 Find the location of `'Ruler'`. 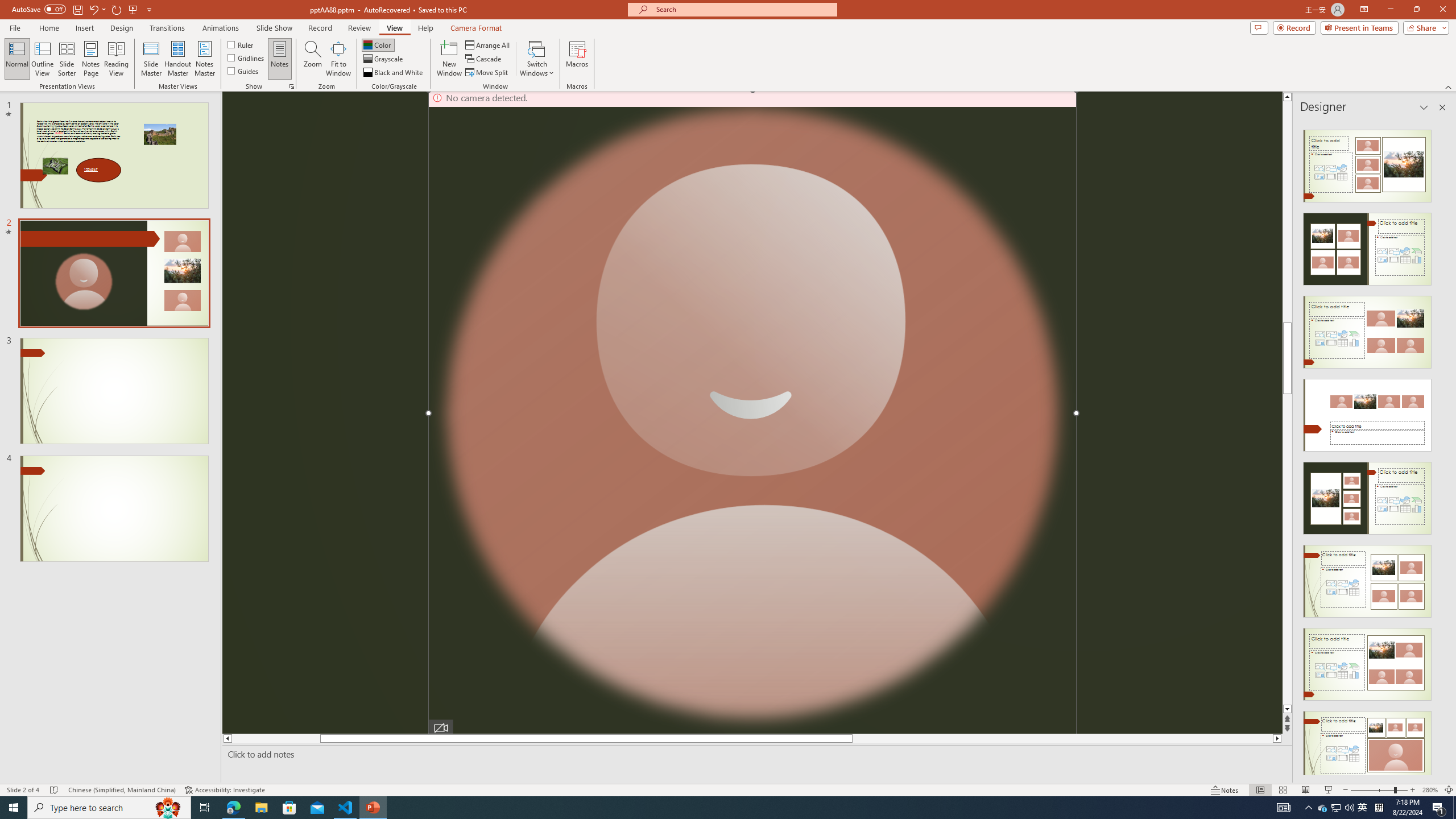

'Ruler' is located at coordinates (241, 44).